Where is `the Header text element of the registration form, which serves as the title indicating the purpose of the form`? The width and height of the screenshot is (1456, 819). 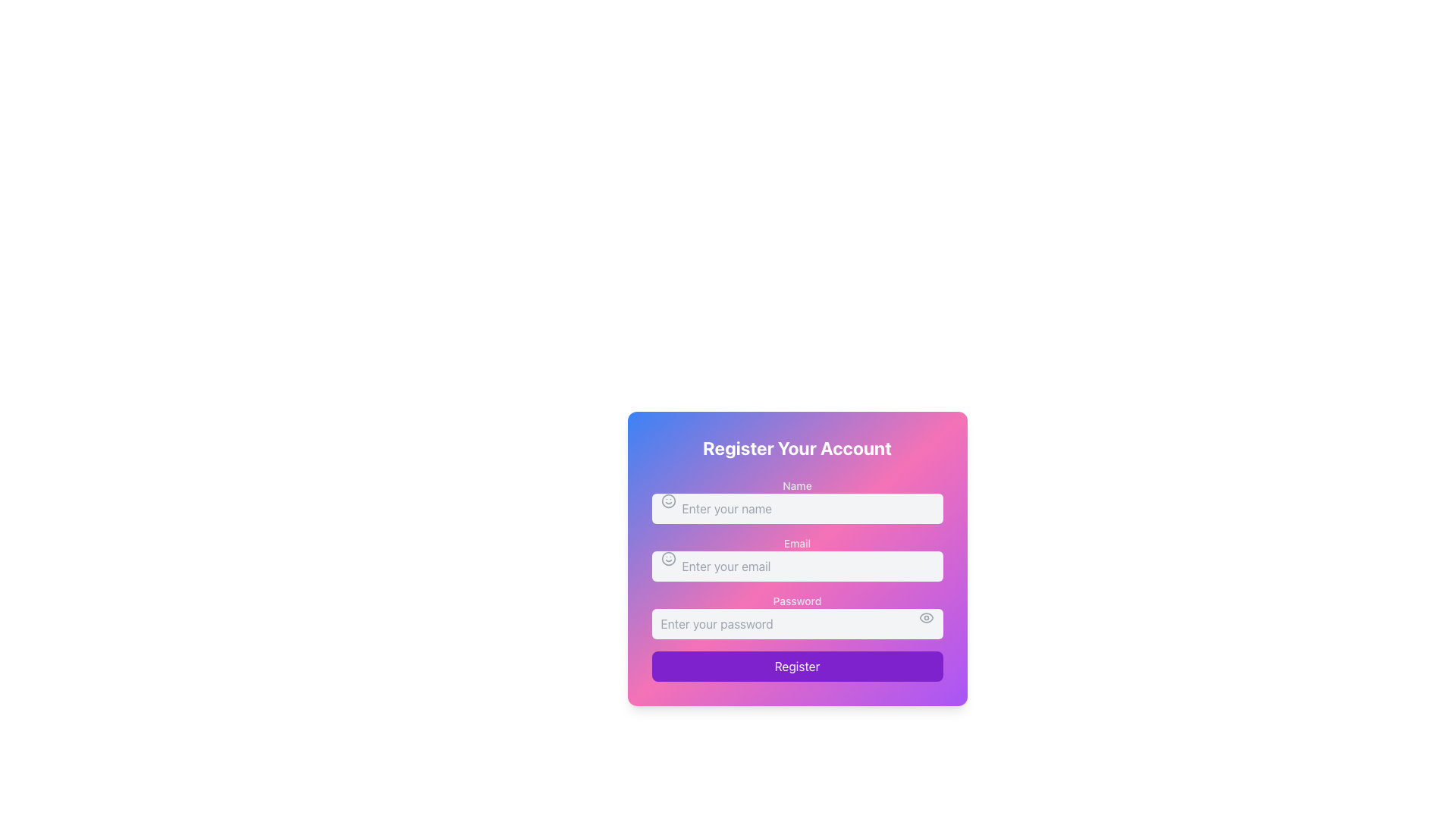 the Header text element of the registration form, which serves as the title indicating the purpose of the form is located at coordinates (796, 447).